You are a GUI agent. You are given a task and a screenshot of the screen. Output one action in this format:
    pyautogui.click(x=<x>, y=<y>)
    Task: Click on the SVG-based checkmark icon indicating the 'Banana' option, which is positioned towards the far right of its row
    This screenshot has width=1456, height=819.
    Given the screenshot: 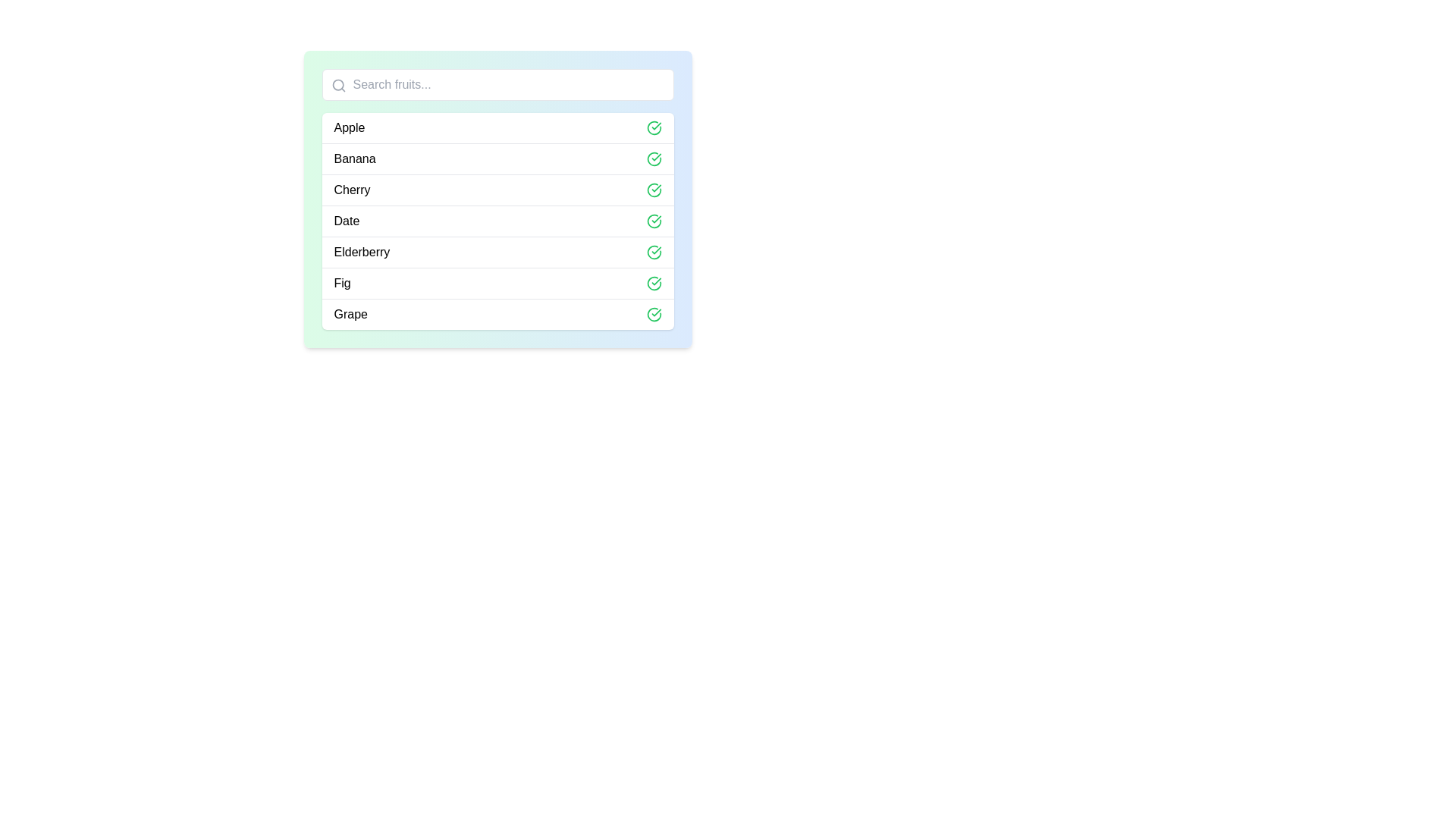 What is the action you would take?
    pyautogui.click(x=654, y=158)
    